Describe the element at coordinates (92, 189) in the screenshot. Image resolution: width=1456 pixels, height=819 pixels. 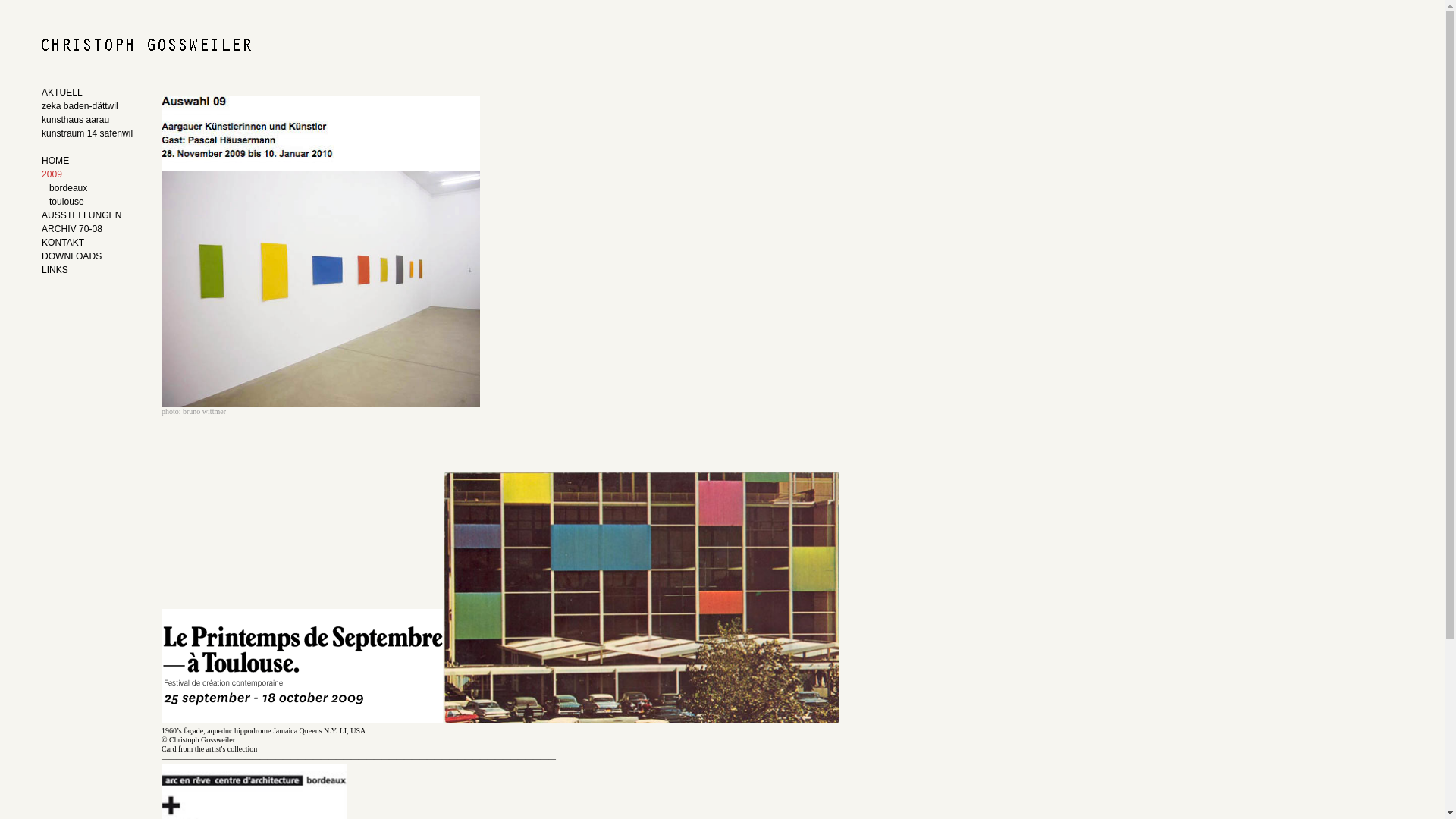
I see `'bordeaux'` at that location.